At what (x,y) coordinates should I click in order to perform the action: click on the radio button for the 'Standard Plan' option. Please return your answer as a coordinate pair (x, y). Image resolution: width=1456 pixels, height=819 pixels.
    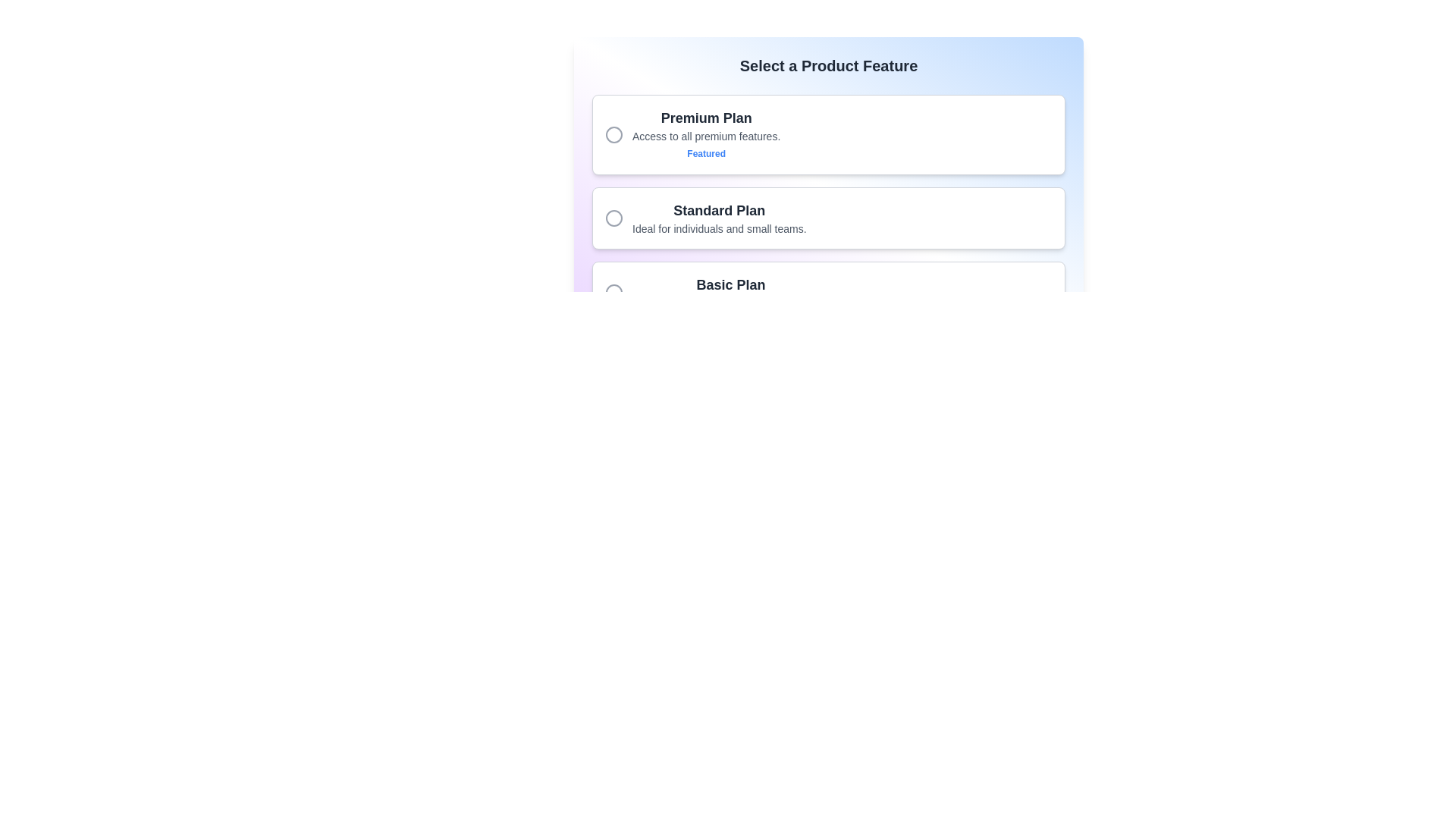
    Looking at the image, I should click on (614, 218).